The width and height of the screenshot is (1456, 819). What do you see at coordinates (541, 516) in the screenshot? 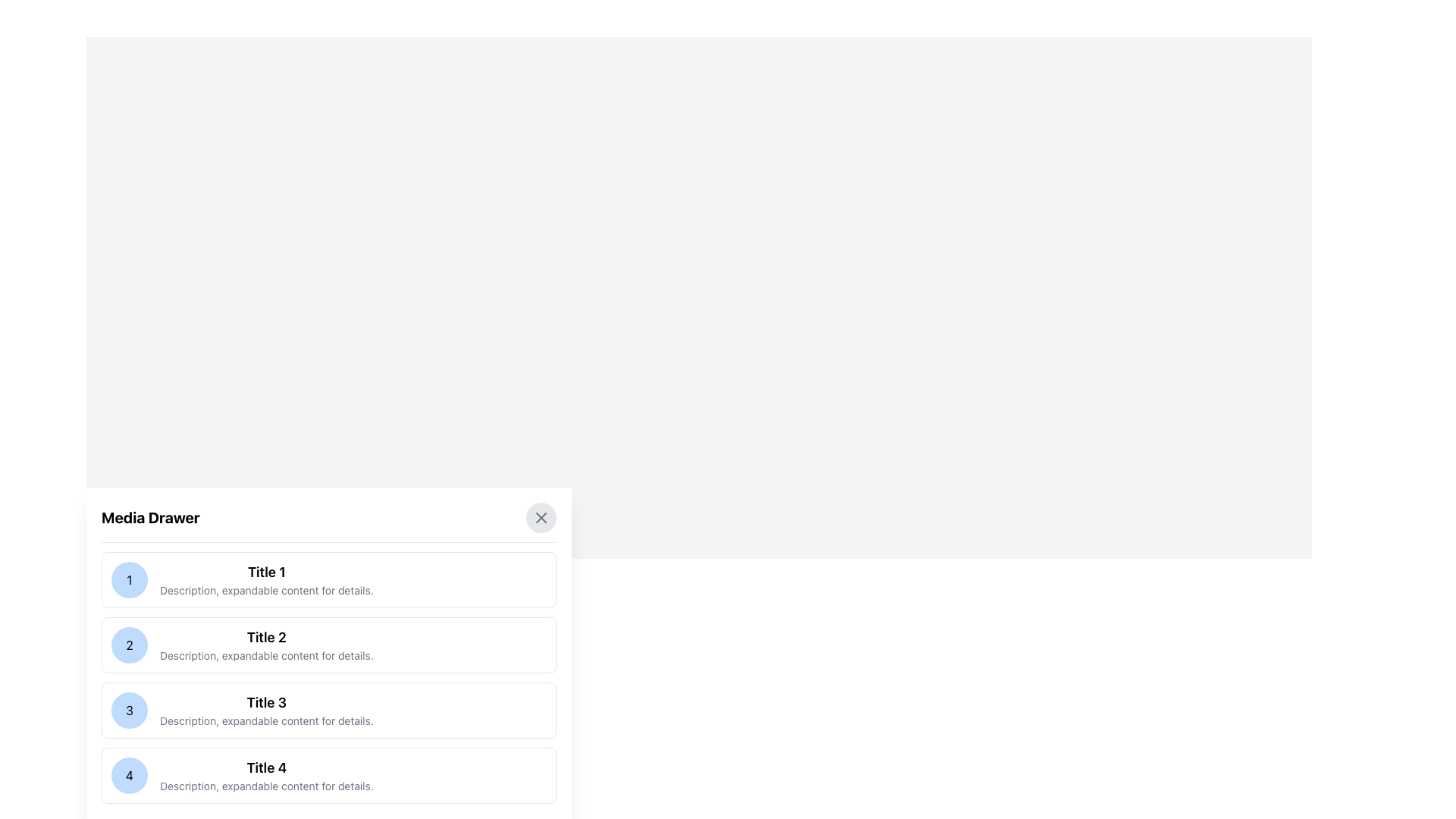
I see `the close button located at the far right of the 'Media Drawer' header bar` at bounding box center [541, 516].